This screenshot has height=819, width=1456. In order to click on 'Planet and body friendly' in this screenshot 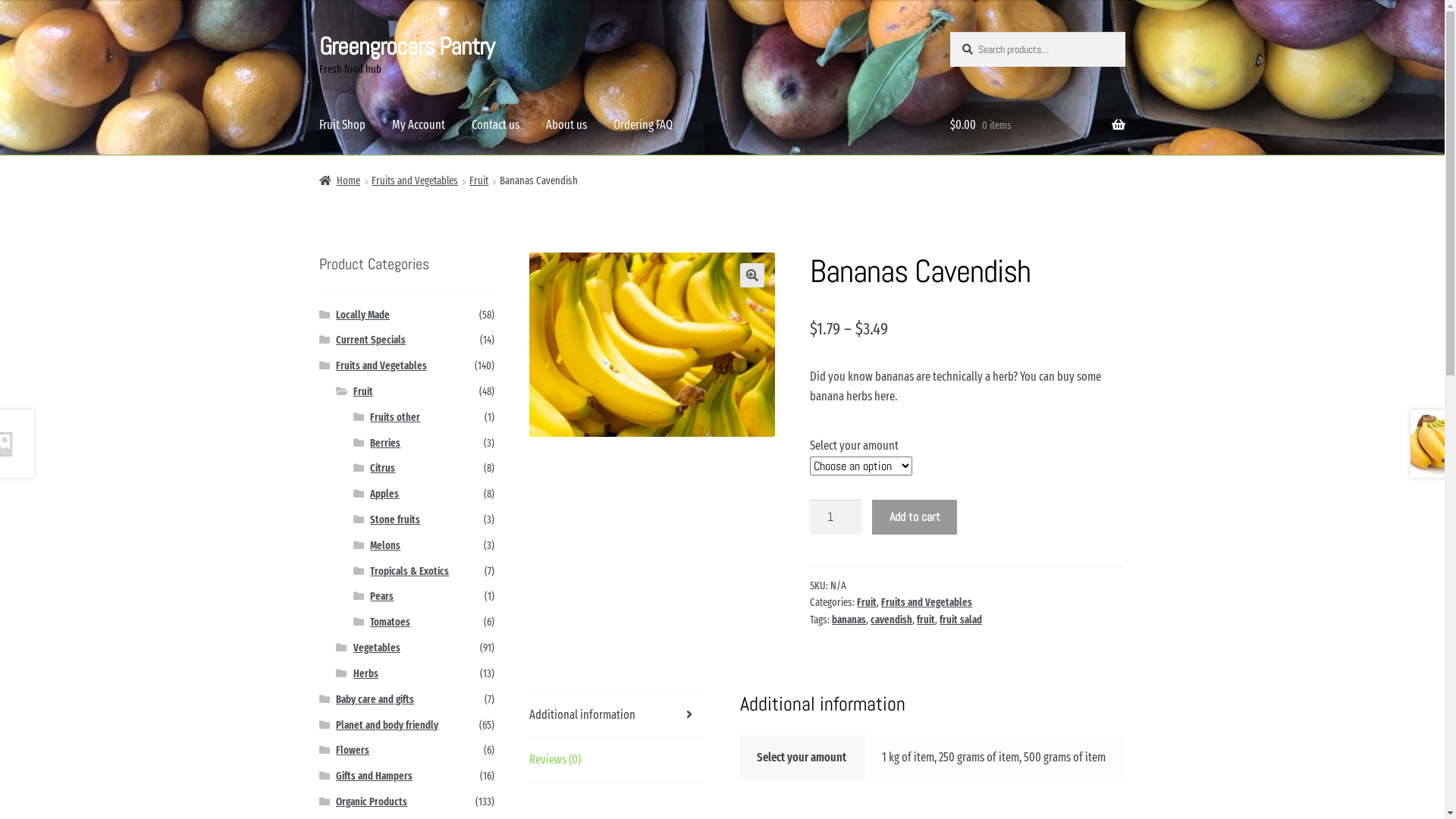, I will do `click(387, 724)`.